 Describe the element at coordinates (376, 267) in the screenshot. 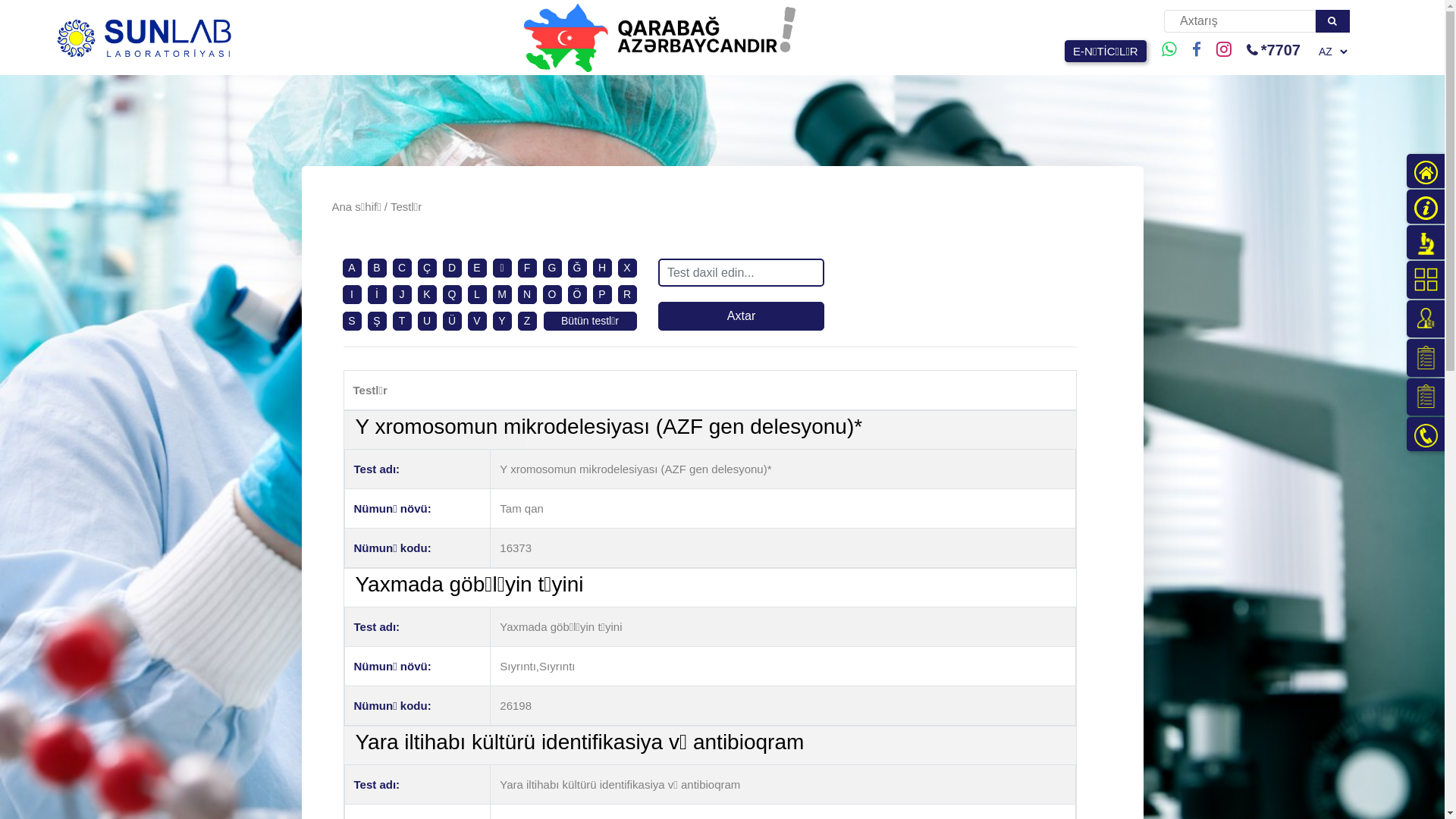

I see `'B'` at that location.